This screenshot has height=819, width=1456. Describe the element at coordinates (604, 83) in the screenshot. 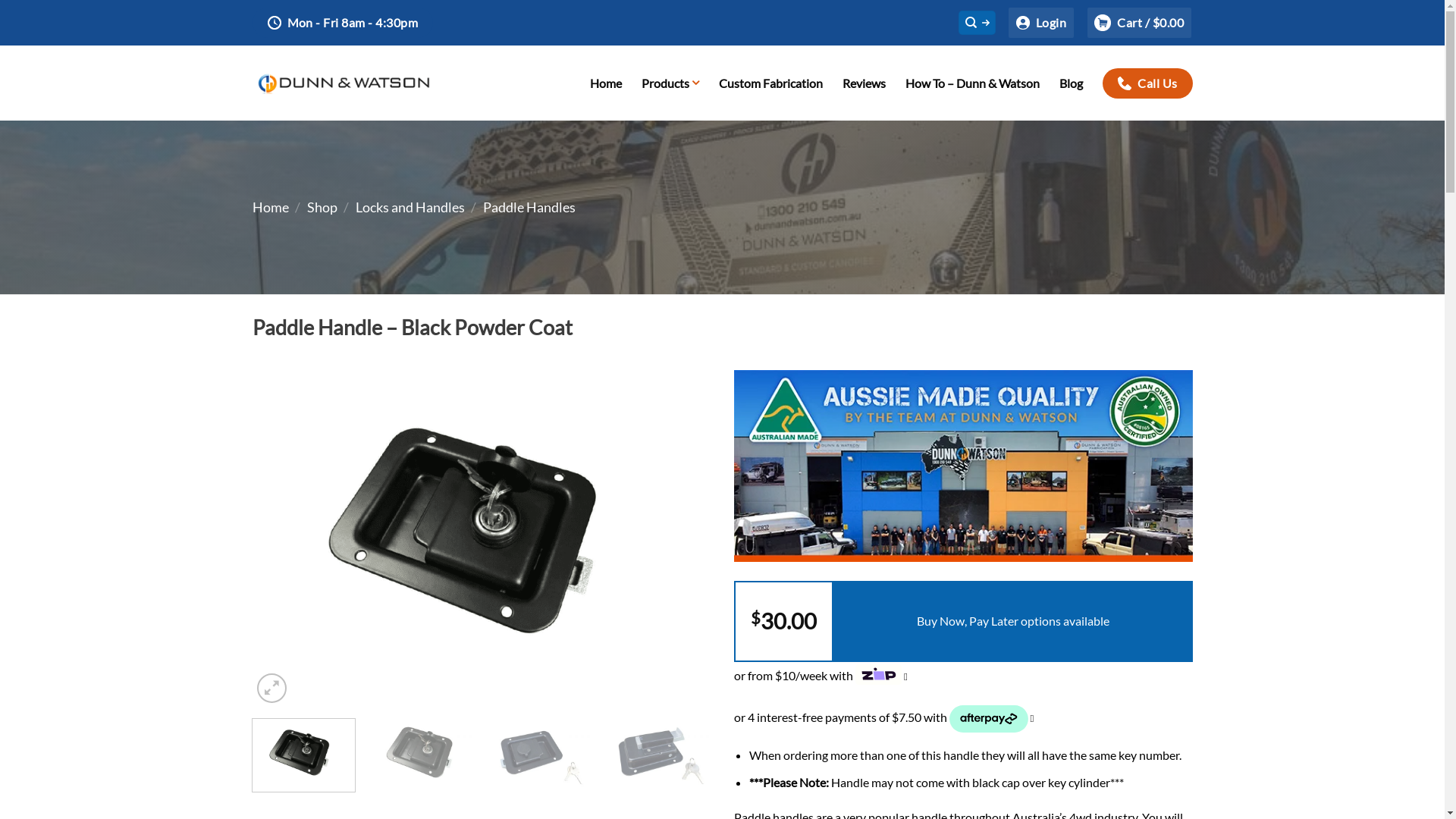

I see `'Home'` at that location.